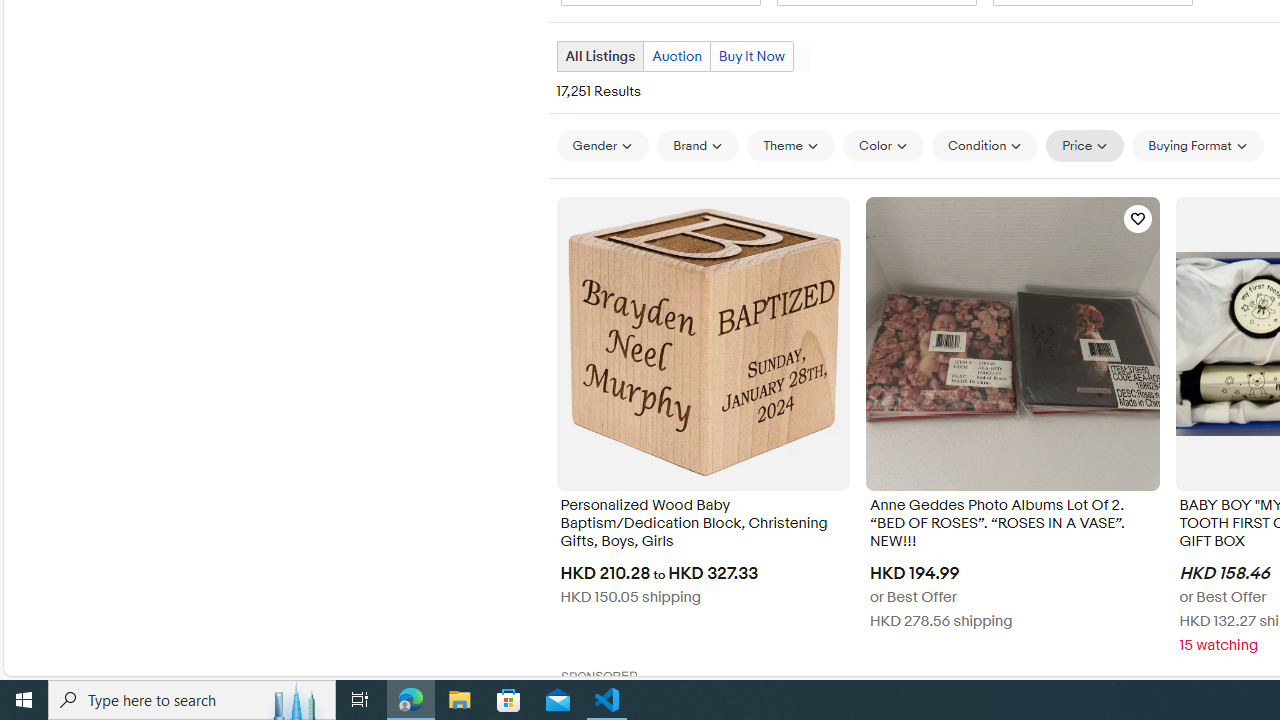  What do you see at coordinates (1198, 145) in the screenshot?
I see `'Buying Format'` at bounding box center [1198, 145].